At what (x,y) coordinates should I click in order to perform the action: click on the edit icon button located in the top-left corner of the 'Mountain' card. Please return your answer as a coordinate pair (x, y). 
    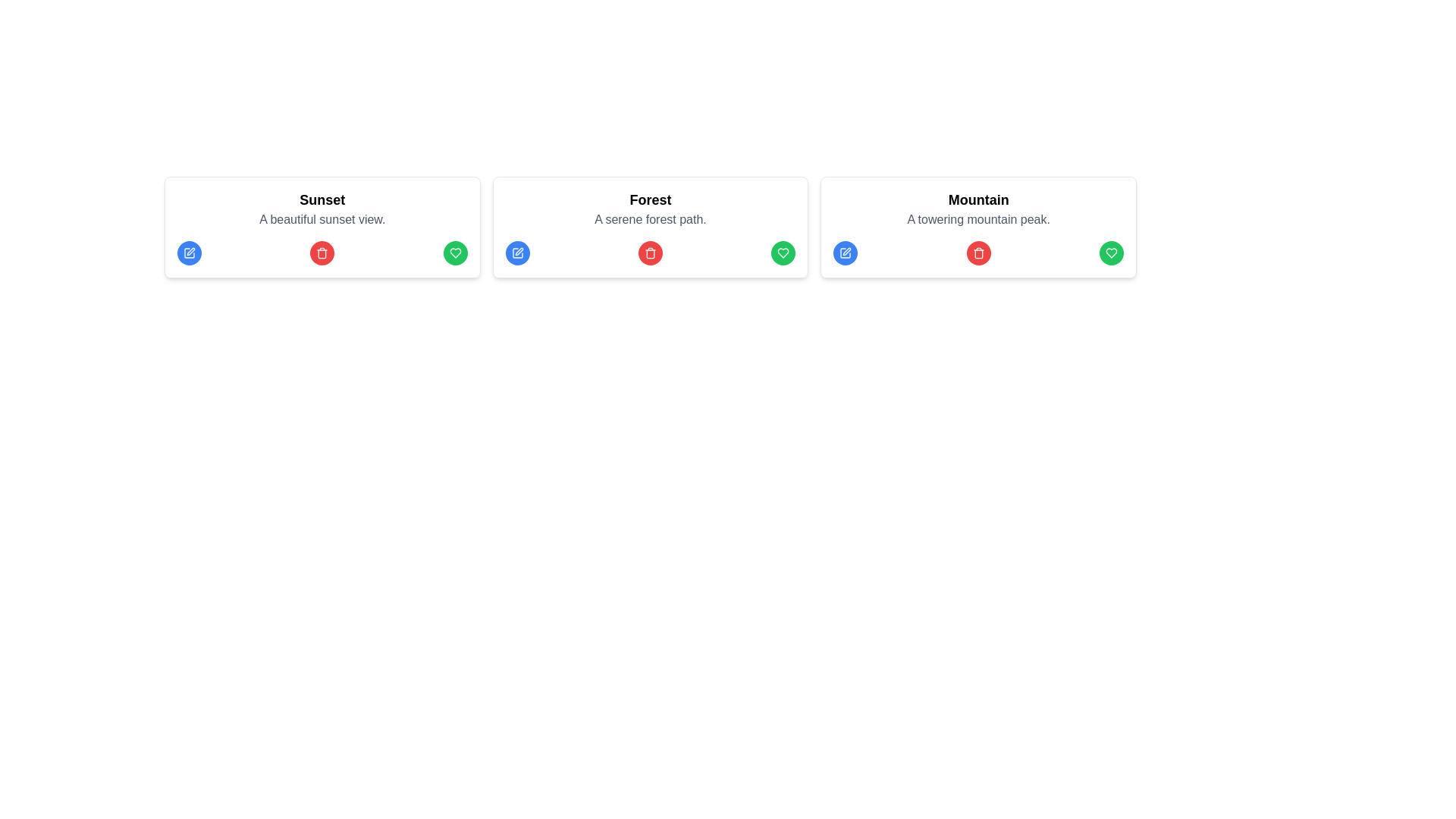
    Looking at the image, I should click on (845, 253).